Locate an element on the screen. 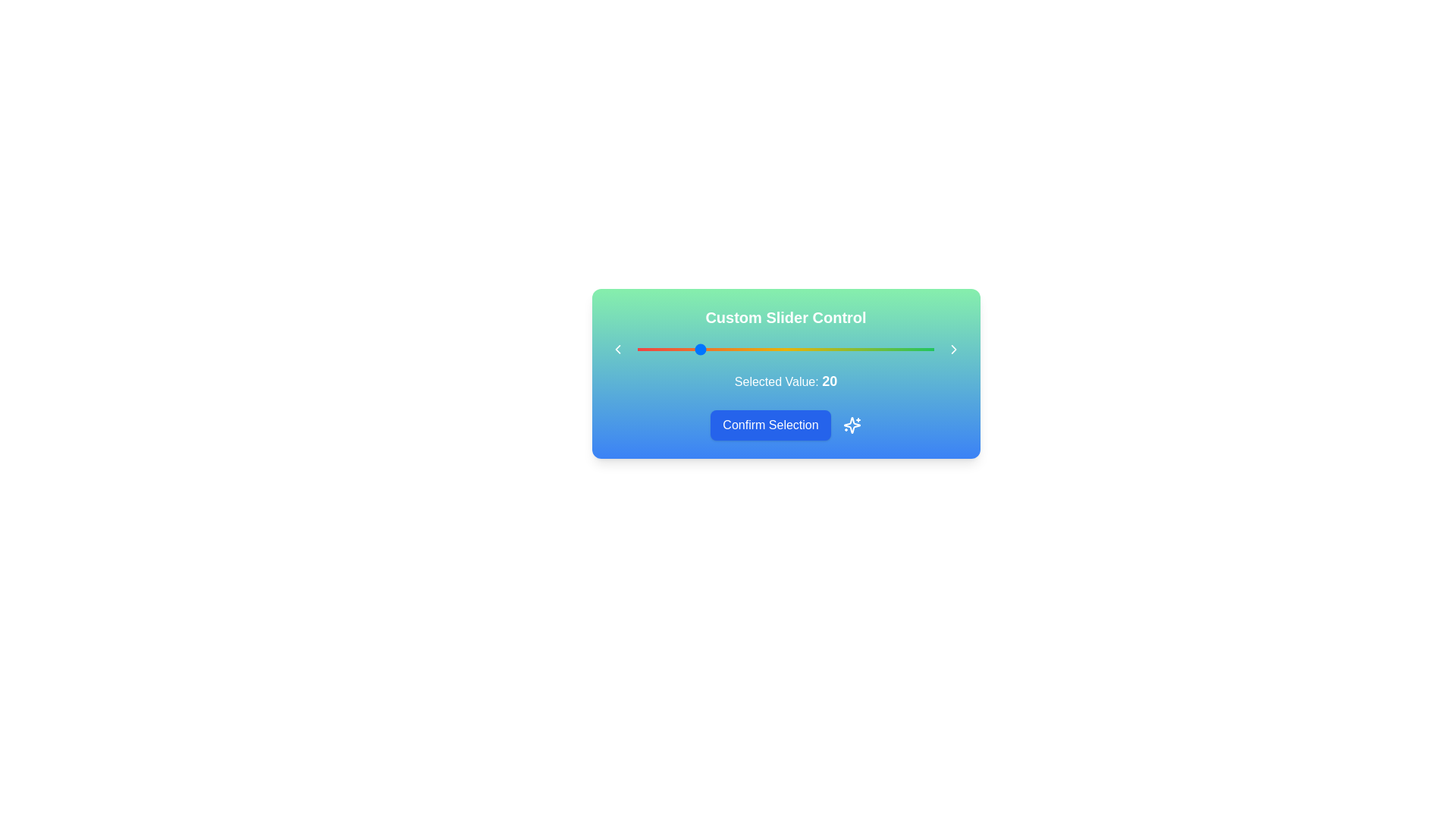 This screenshot has width=1456, height=819. the slider to 82 by dragging the handle is located at coordinates (880, 350).